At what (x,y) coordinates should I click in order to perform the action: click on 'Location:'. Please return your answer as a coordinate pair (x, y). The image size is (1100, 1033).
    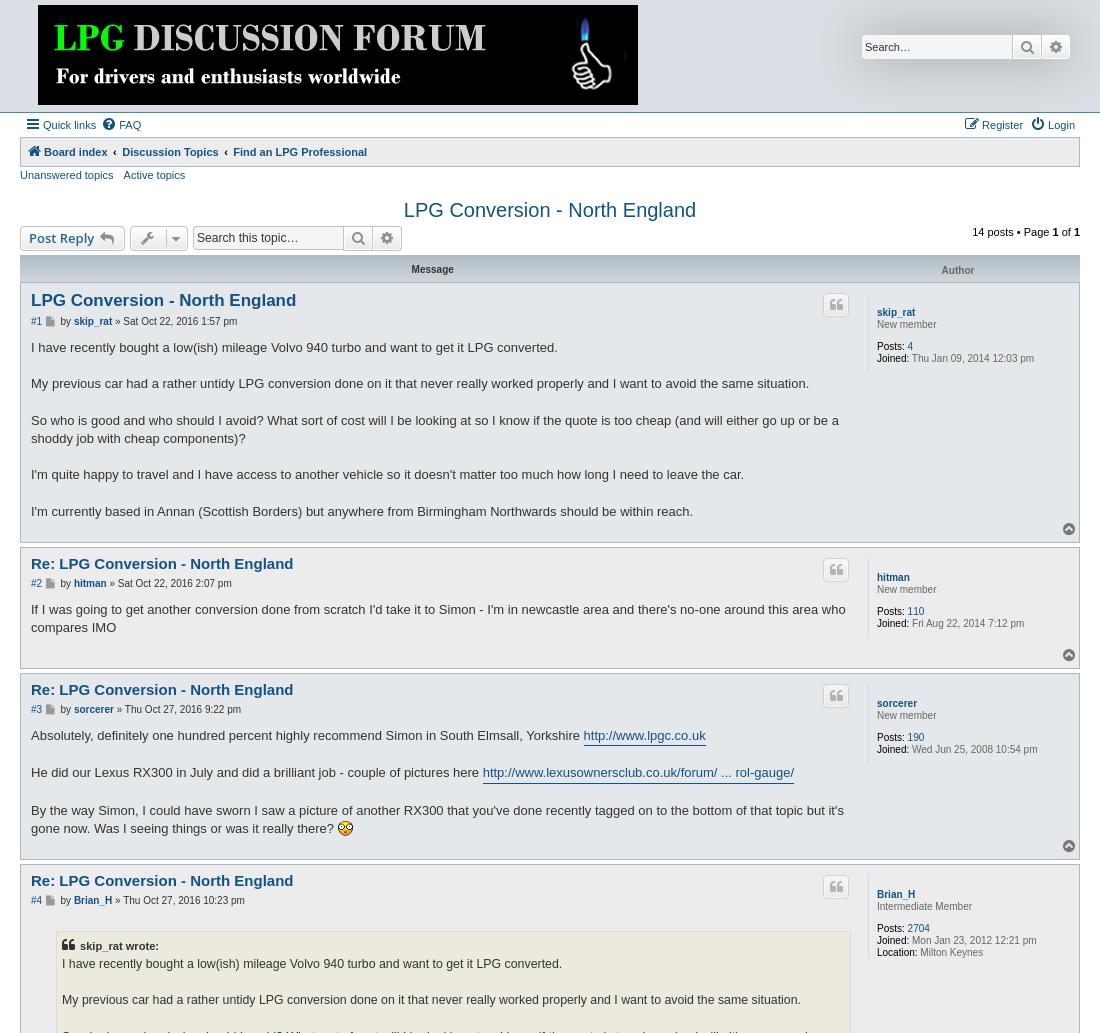
    Looking at the image, I should click on (897, 951).